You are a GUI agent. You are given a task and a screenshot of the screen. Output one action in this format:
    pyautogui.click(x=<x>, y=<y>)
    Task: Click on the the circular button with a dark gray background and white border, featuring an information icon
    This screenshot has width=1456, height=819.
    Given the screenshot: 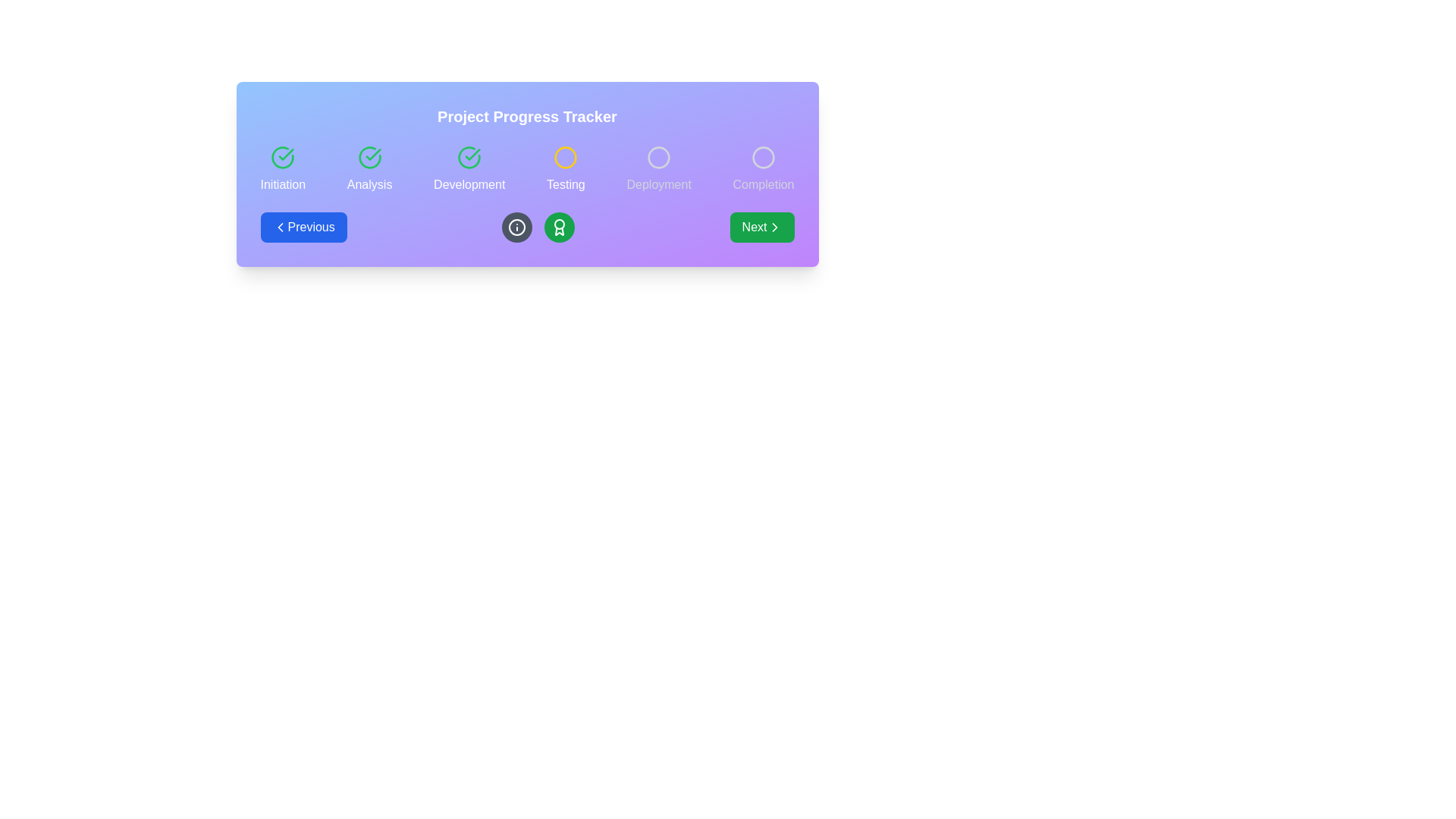 What is the action you would take?
    pyautogui.click(x=517, y=227)
    